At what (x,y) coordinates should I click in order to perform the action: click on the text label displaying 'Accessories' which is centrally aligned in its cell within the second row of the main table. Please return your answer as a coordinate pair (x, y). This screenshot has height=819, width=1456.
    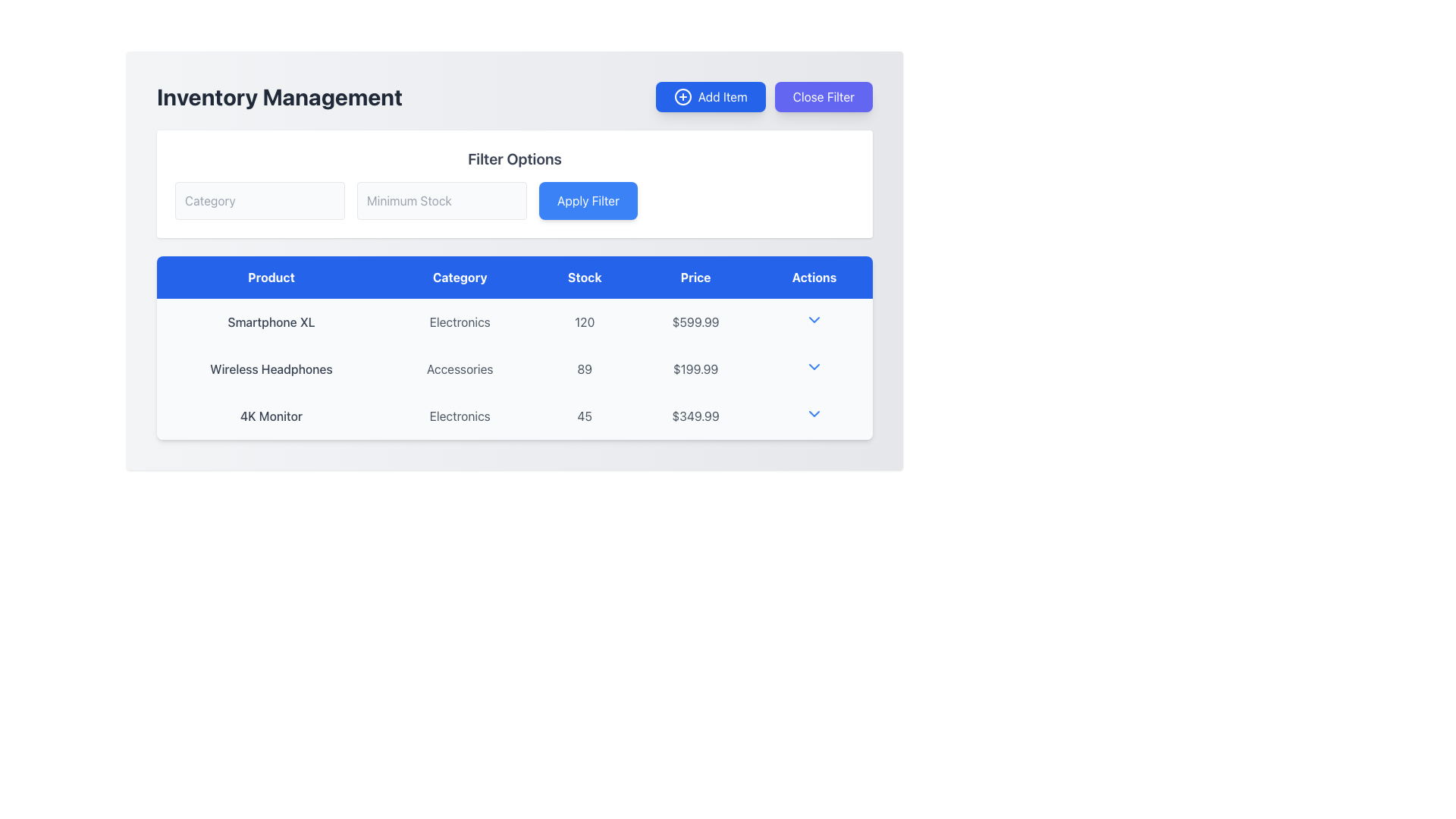
    Looking at the image, I should click on (459, 369).